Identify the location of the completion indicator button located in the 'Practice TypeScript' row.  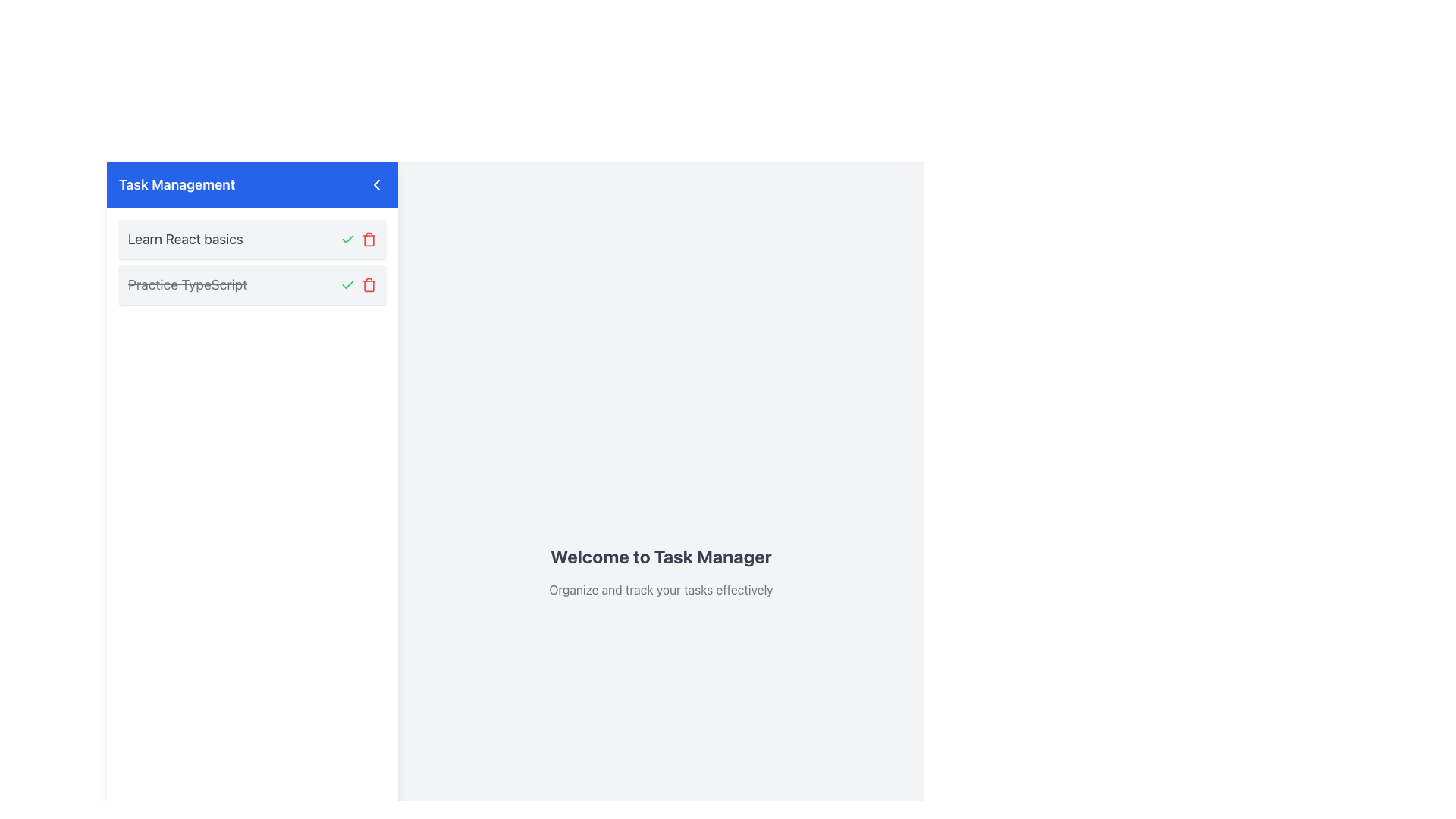
(347, 239).